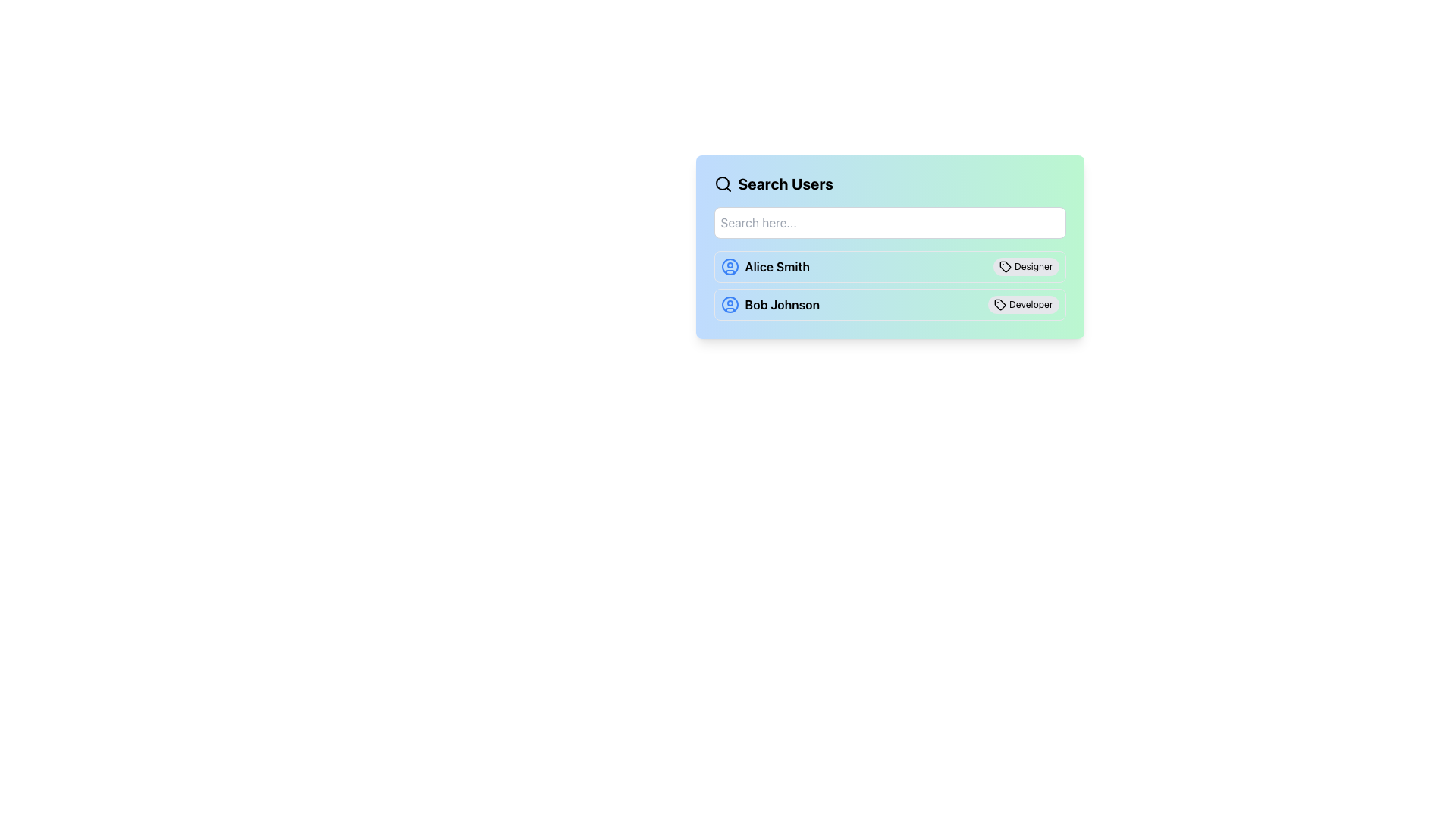  Describe the element at coordinates (730, 265) in the screenshot. I see `the blue circular user silhouette icon located to the left of 'Alice Smith' in the user list` at that location.